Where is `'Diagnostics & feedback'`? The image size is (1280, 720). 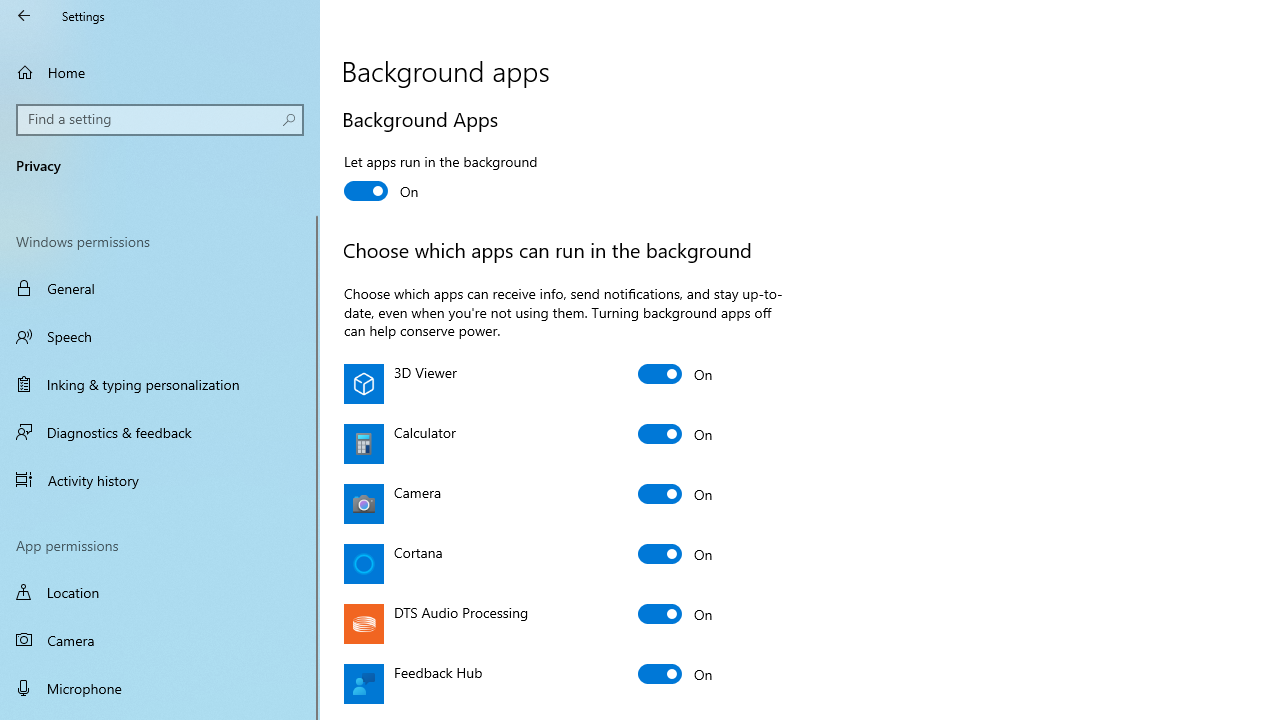
'Diagnostics & feedback' is located at coordinates (160, 431).